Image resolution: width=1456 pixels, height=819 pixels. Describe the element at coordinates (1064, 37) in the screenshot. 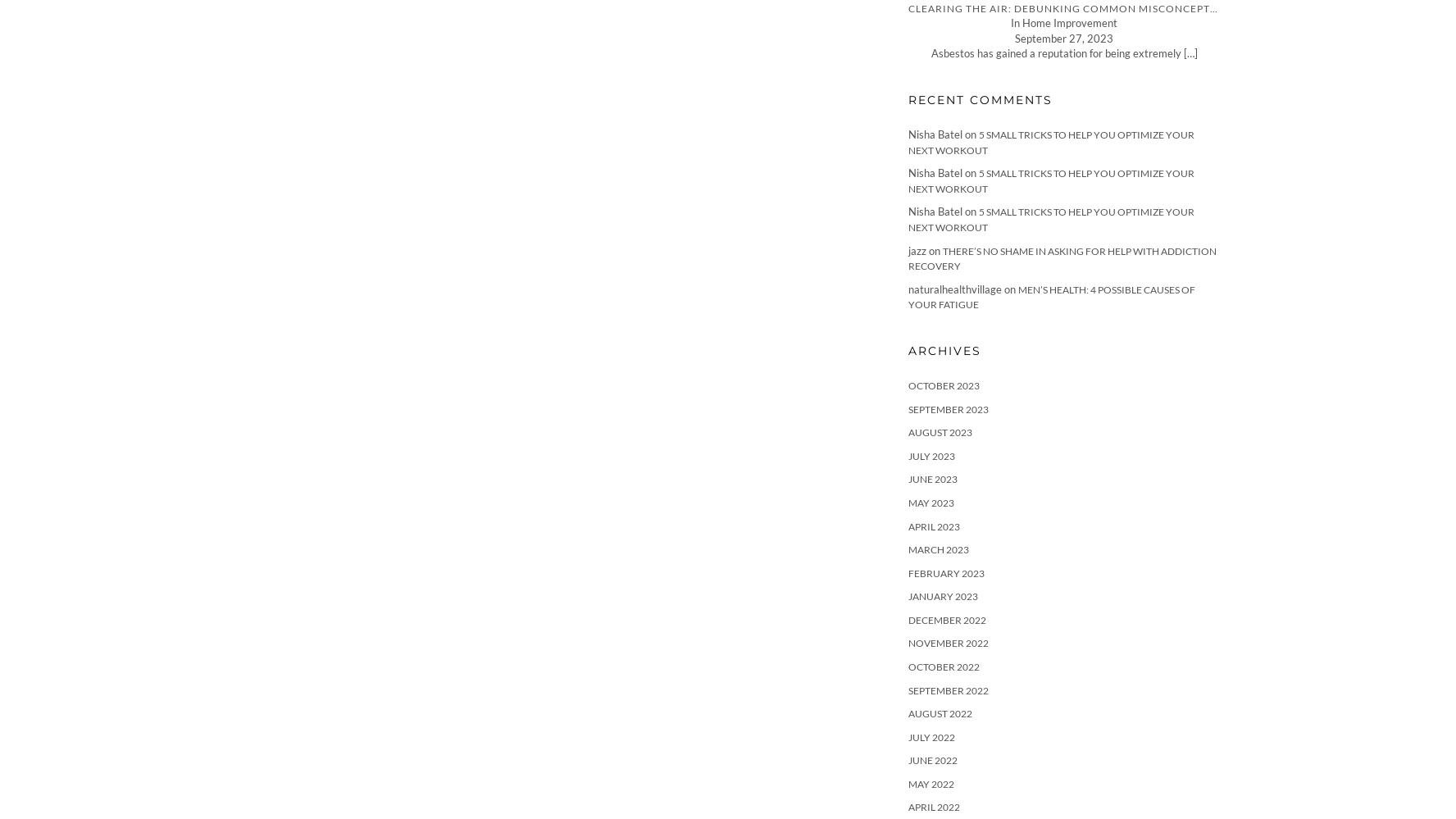

I see `'September 27, 2023'` at that location.